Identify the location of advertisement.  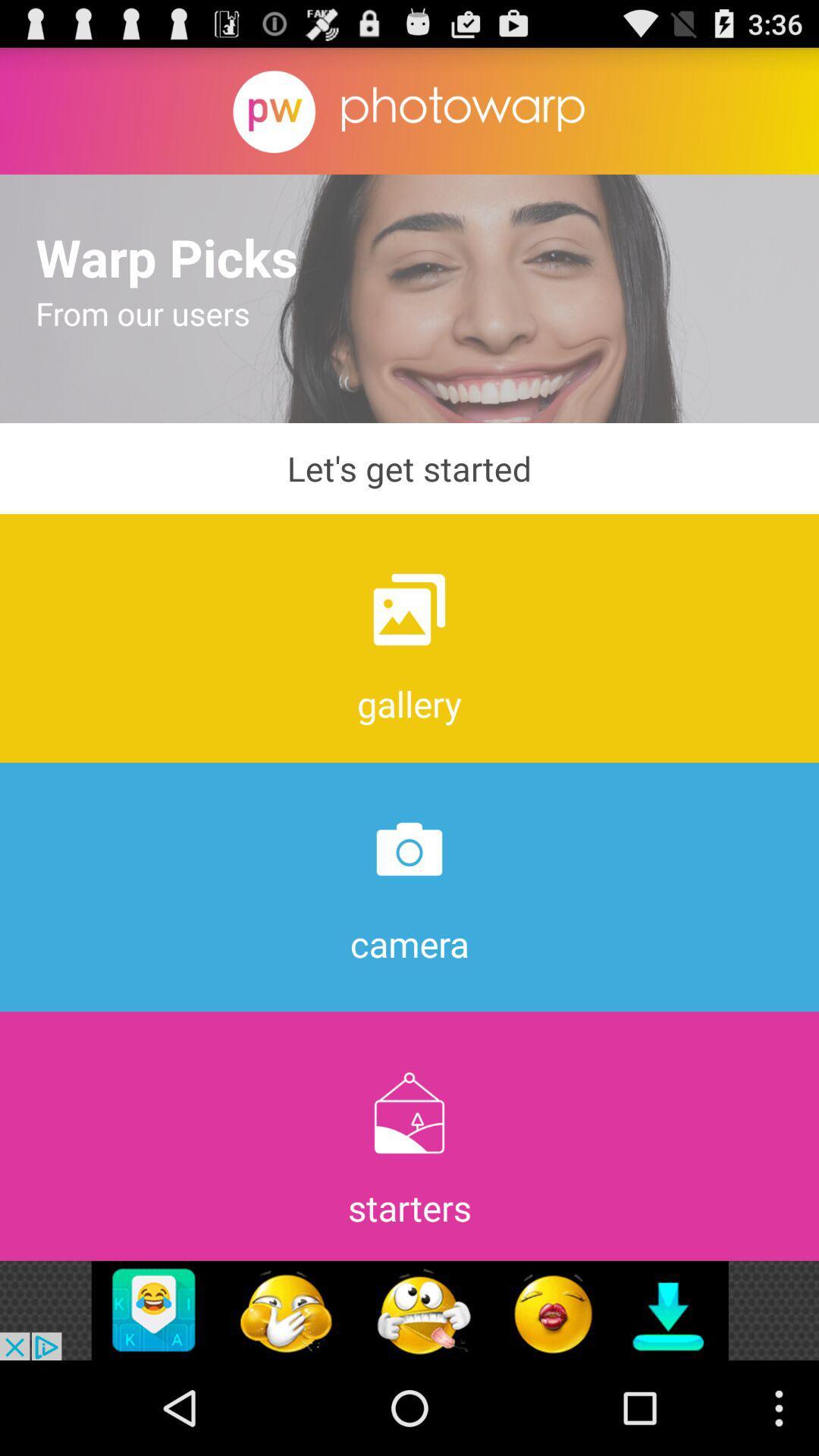
(409, 1310).